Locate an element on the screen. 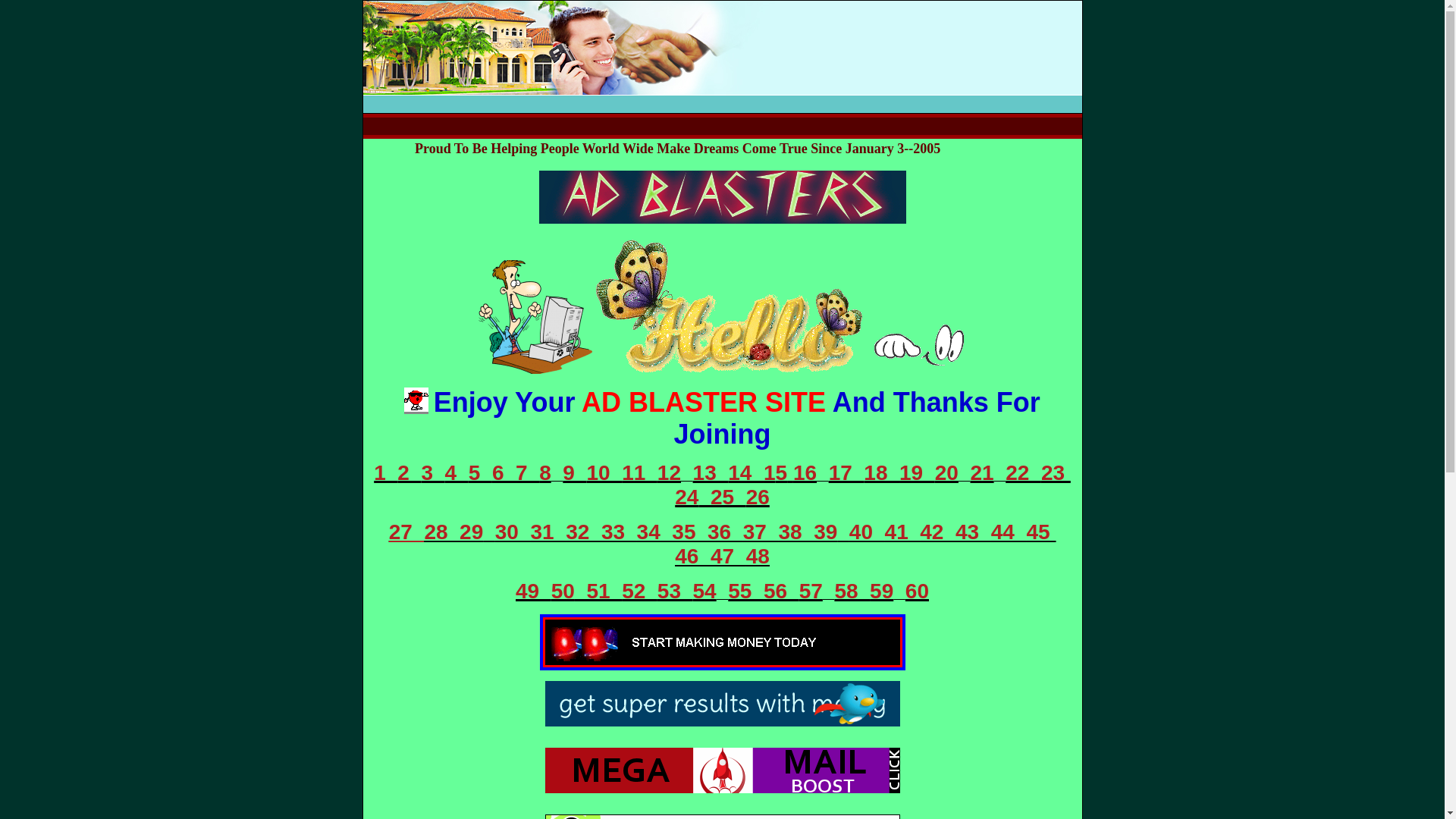 Image resolution: width=1456 pixels, height=819 pixels. '26' is located at coordinates (758, 497).